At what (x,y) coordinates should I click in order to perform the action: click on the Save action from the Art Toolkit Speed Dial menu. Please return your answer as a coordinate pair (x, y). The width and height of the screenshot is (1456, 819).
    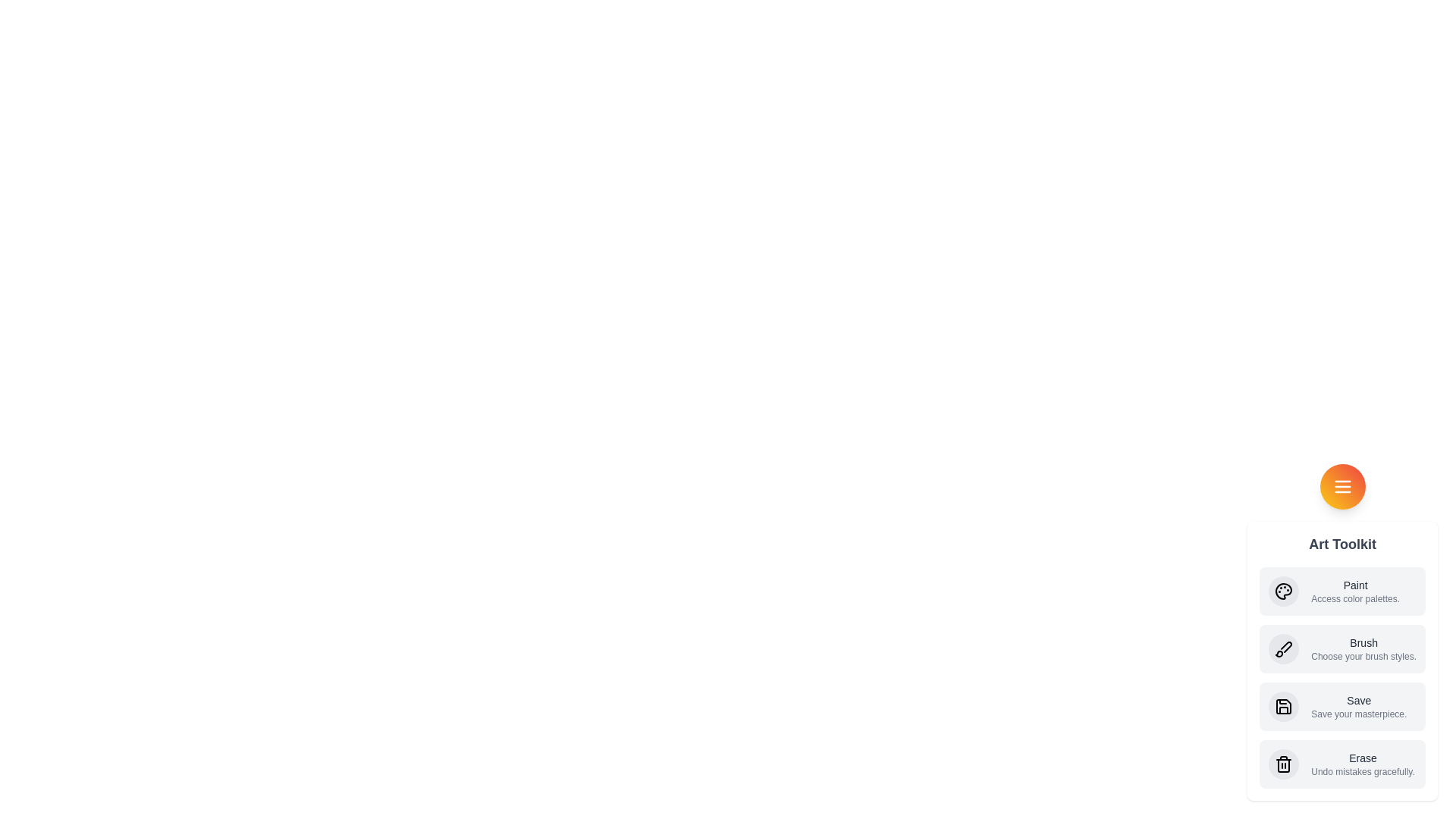
    Looking at the image, I should click on (1342, 707).